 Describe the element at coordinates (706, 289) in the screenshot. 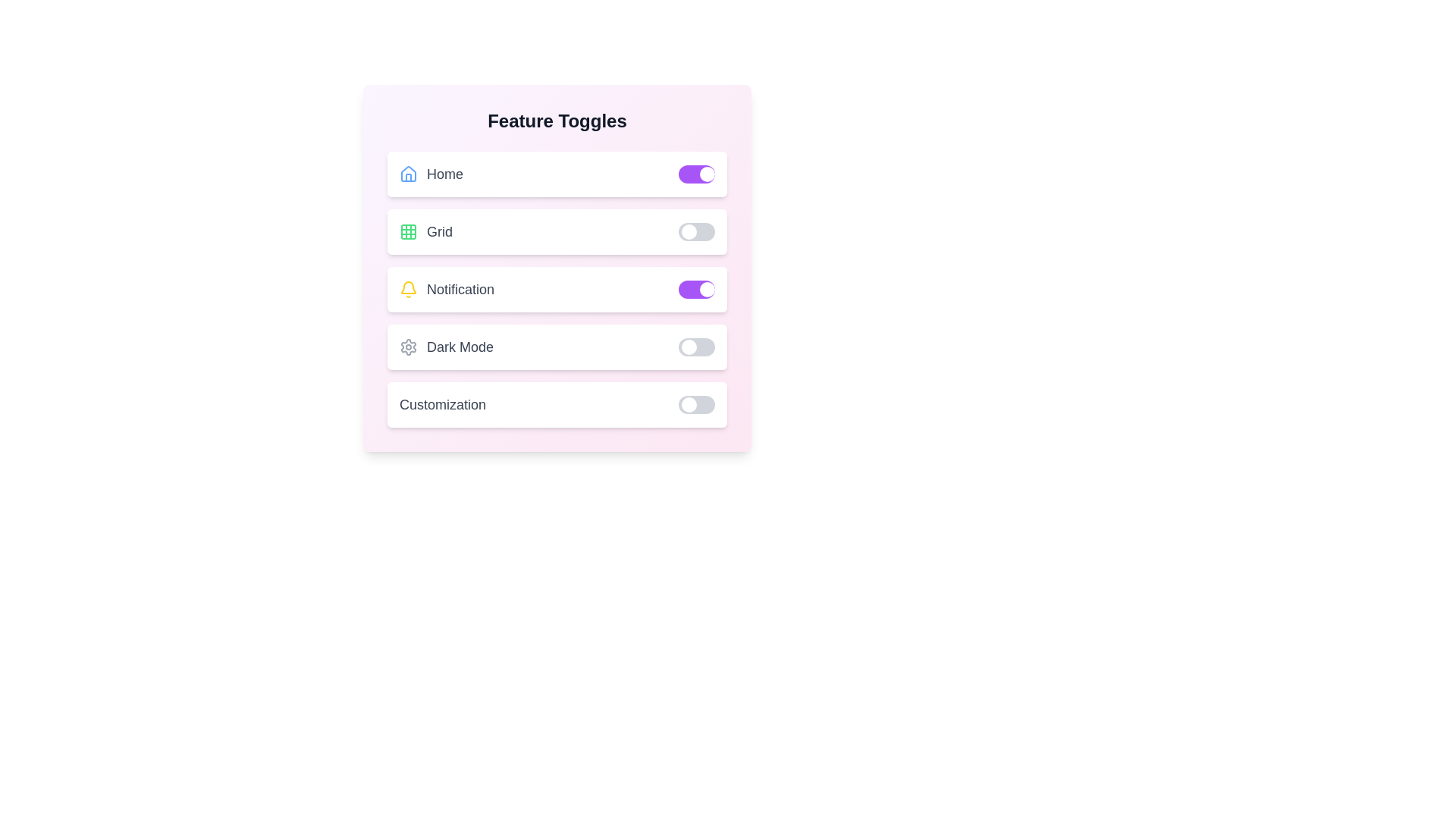

I see `the small circular toggle indicator with a white background located at the right end of the purple toggle switch associated with the 'Notification' label` at that location.